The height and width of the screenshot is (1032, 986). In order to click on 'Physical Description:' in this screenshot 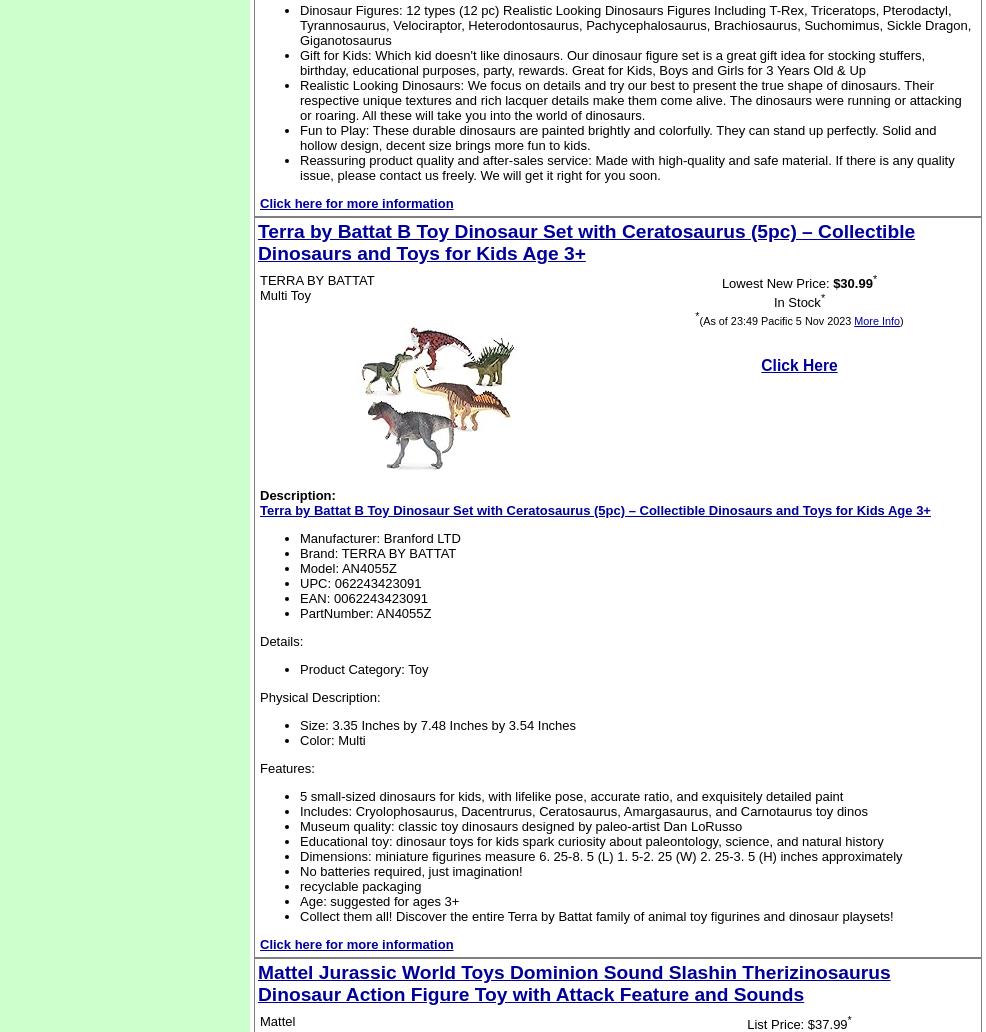, I will do `click(319, 696)`.